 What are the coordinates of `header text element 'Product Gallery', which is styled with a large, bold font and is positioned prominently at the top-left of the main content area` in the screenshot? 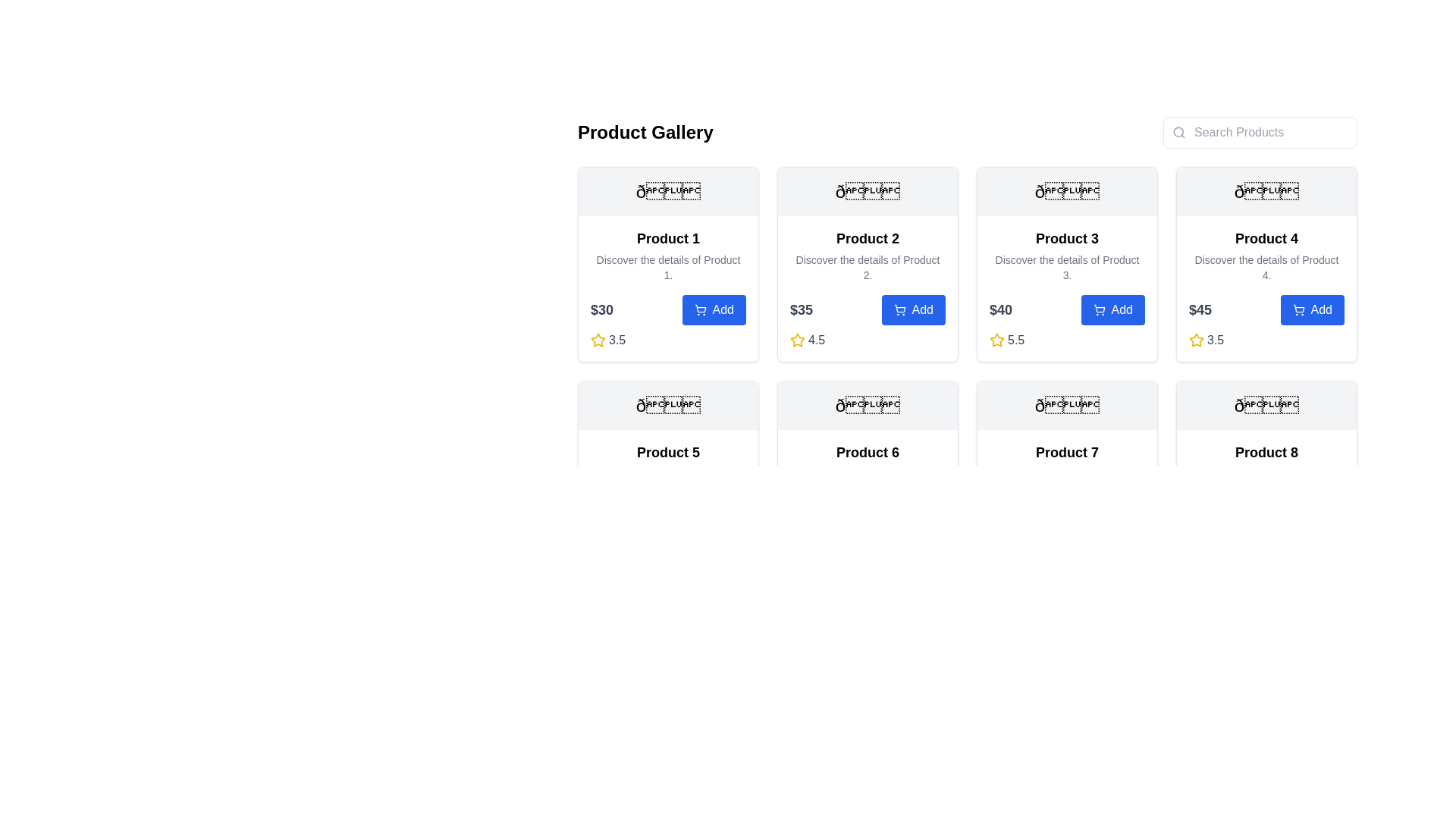 It's located at (645, 131).